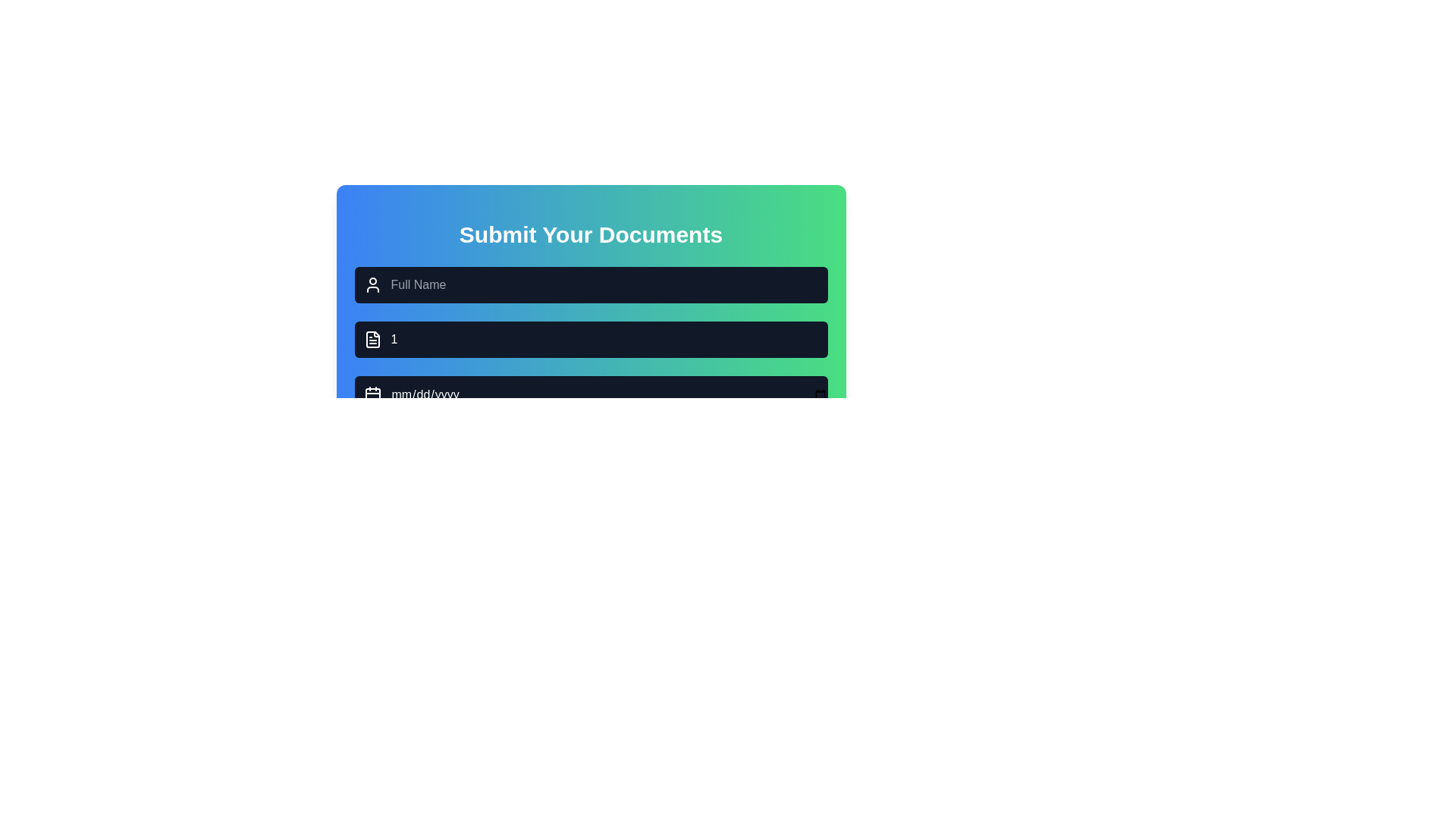 The width and height of the screenshot is (1456, 819). I want to click on the calendar background icon element to potentially display a tooltip, so click(372, 394).